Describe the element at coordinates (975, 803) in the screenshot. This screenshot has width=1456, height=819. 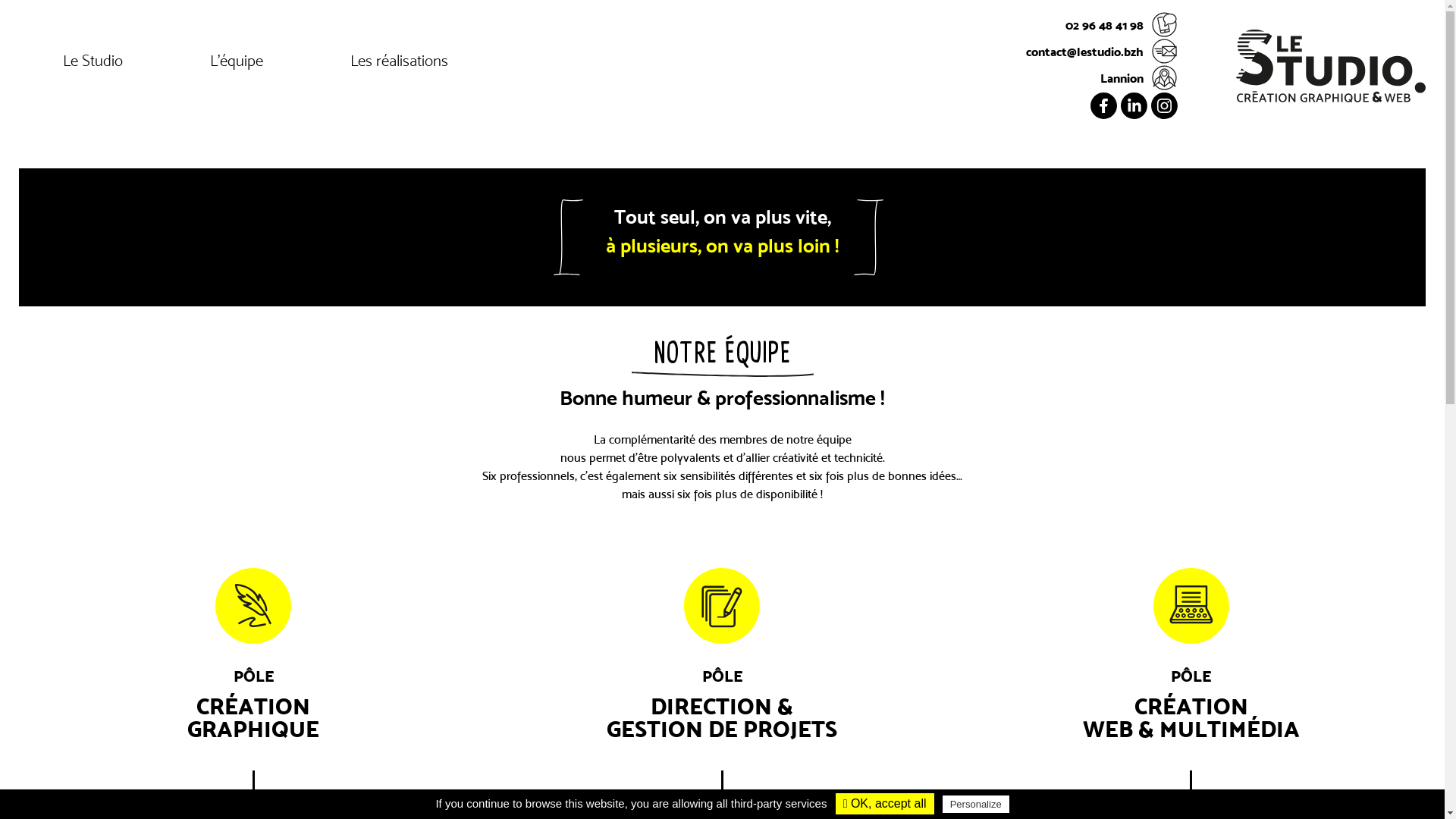
I see `'Personalize'` at that location.